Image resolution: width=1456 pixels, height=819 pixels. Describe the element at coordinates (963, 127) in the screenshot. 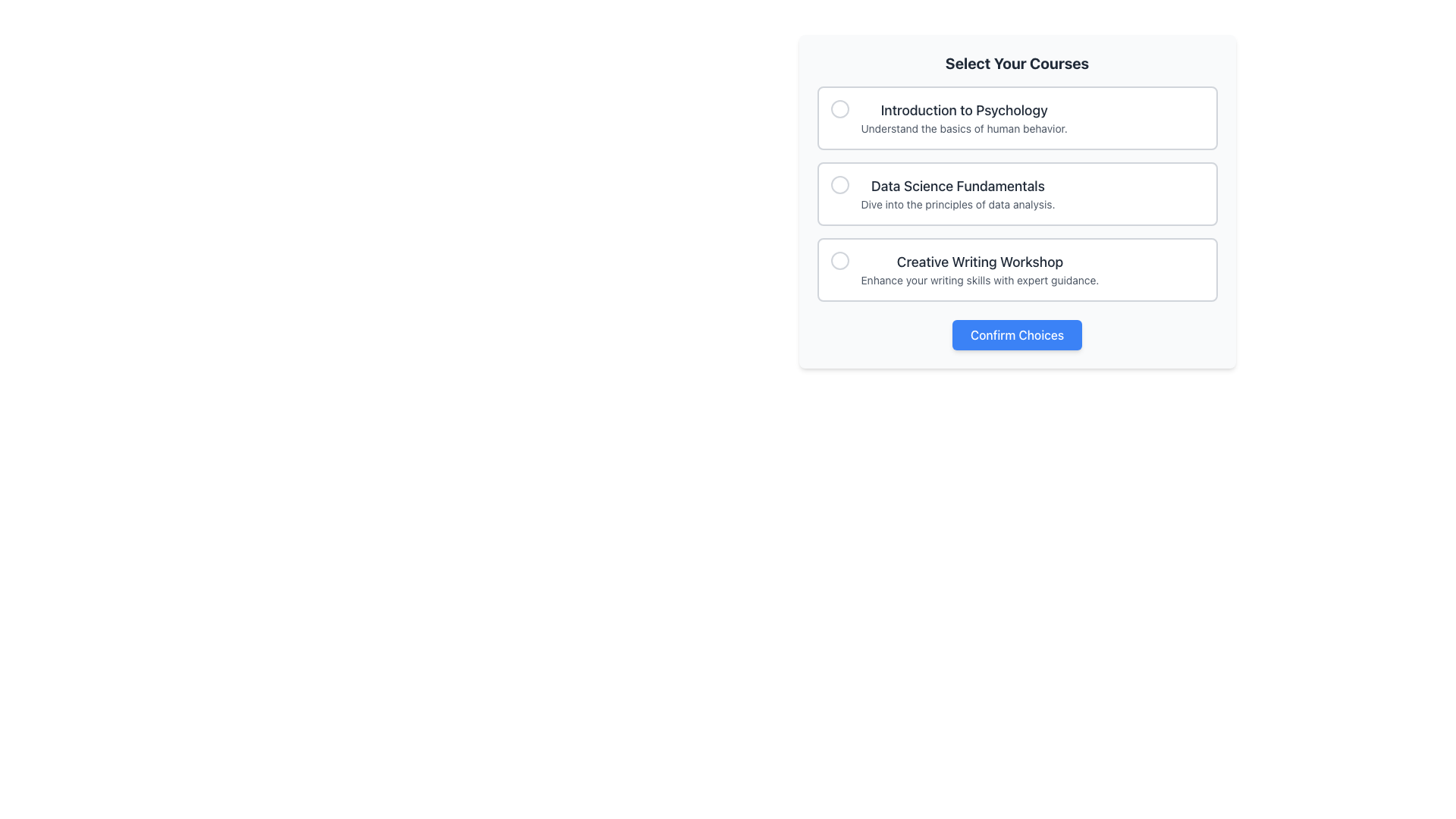

I see `the static text element that provides additional information for the 'Introduction to Psychology' course, which is located directly below the heading within the 'Select Your Courses' section` at that location.